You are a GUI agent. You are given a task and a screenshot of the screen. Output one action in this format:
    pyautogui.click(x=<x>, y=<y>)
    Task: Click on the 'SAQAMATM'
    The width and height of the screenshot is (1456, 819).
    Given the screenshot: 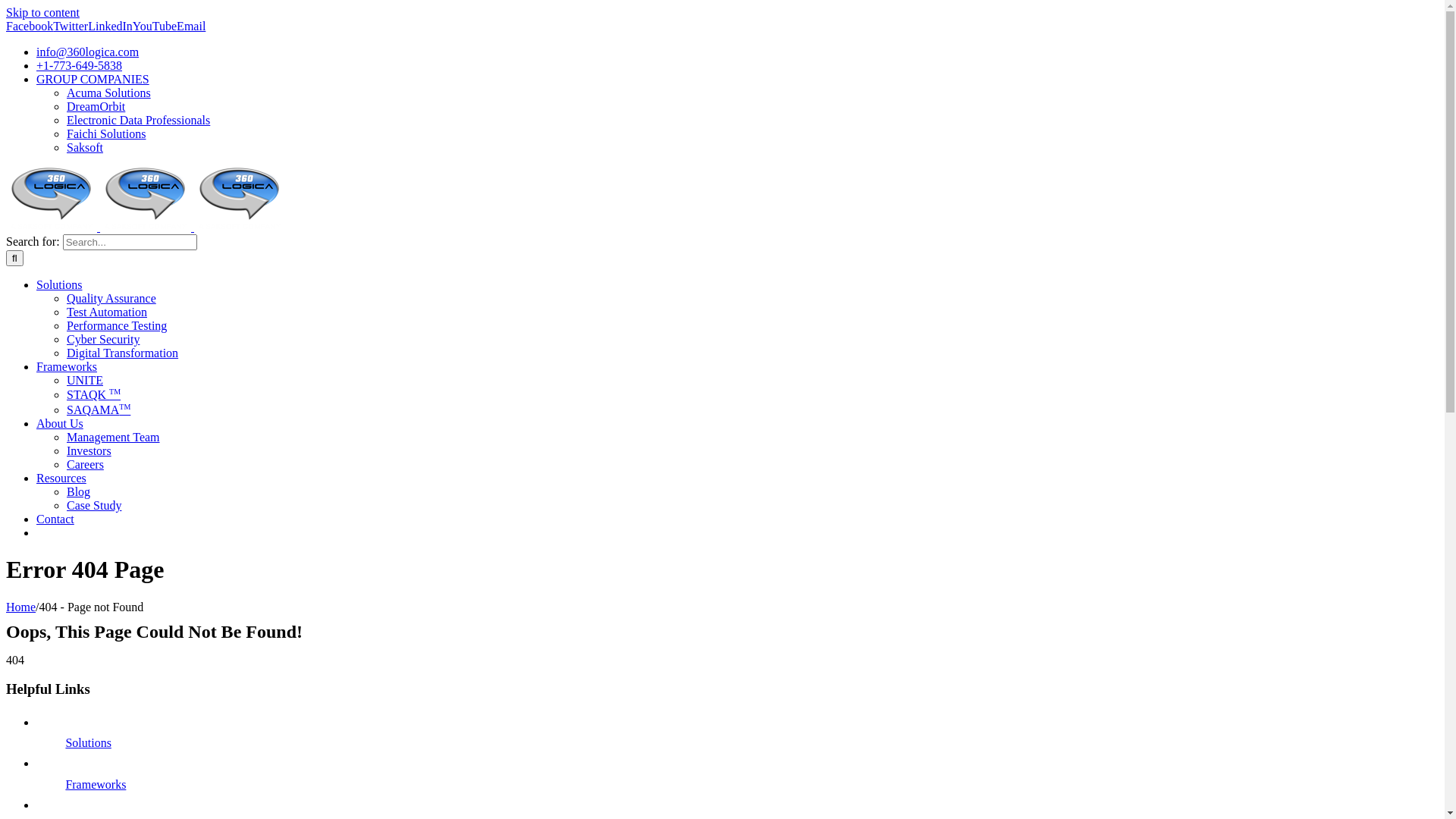 What is the action you would take?
    pyautogui.click(x=97, y=409)
    